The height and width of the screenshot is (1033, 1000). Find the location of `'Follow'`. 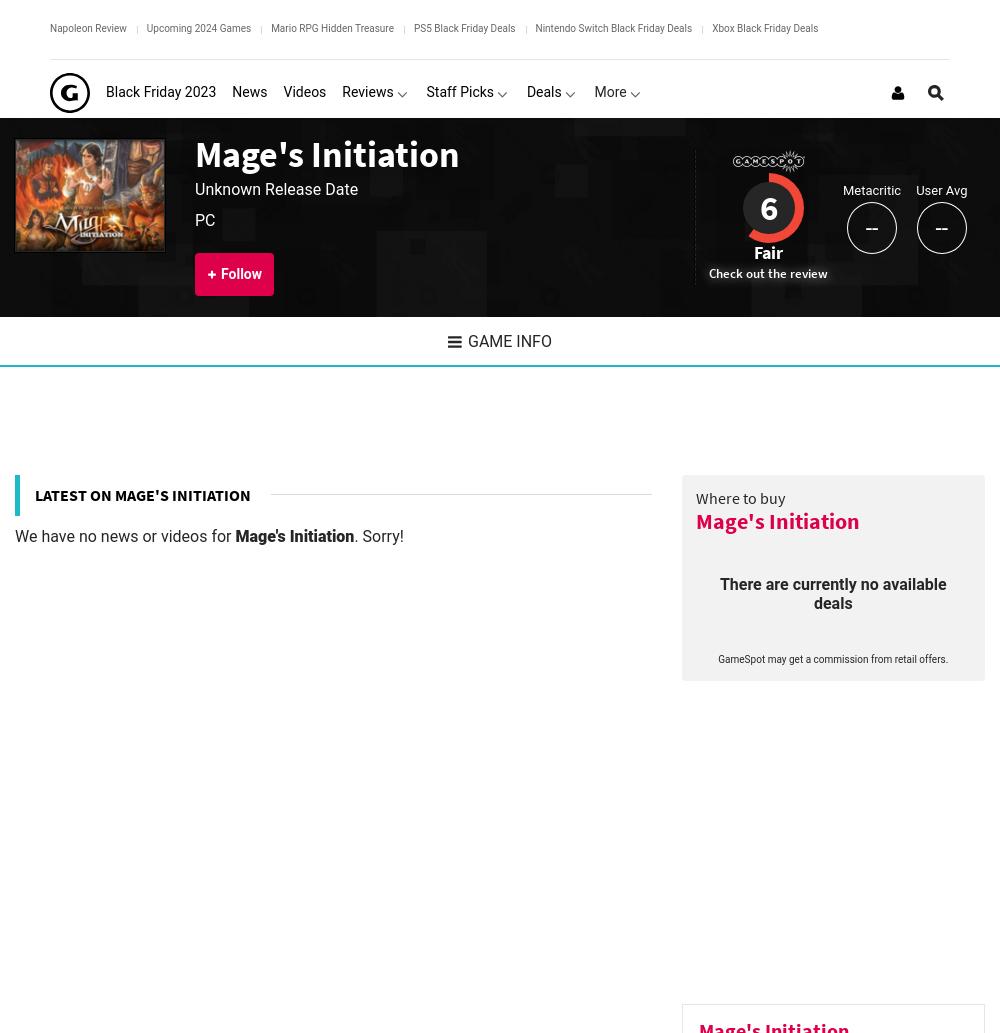

'Follow' is located at coordinates (240, 272).